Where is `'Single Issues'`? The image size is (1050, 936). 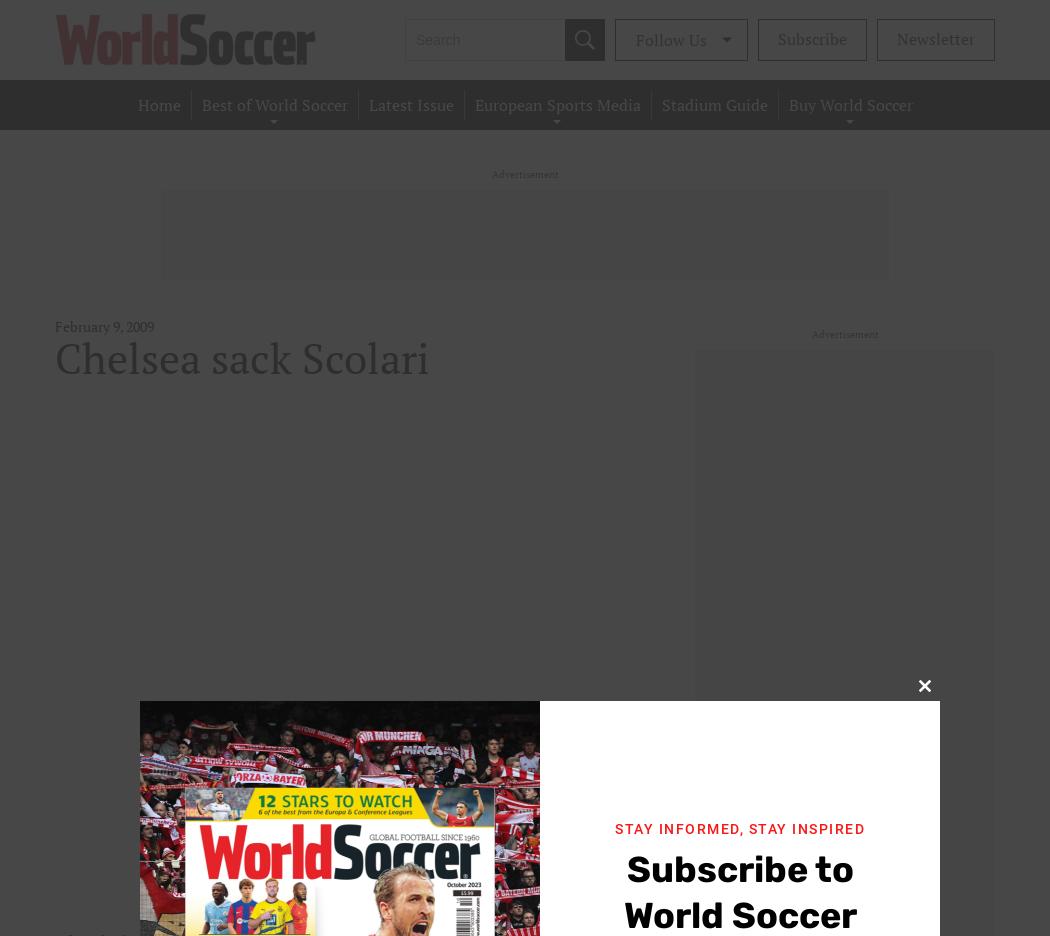
'Single Issues' is located at coordinates (815, 214).